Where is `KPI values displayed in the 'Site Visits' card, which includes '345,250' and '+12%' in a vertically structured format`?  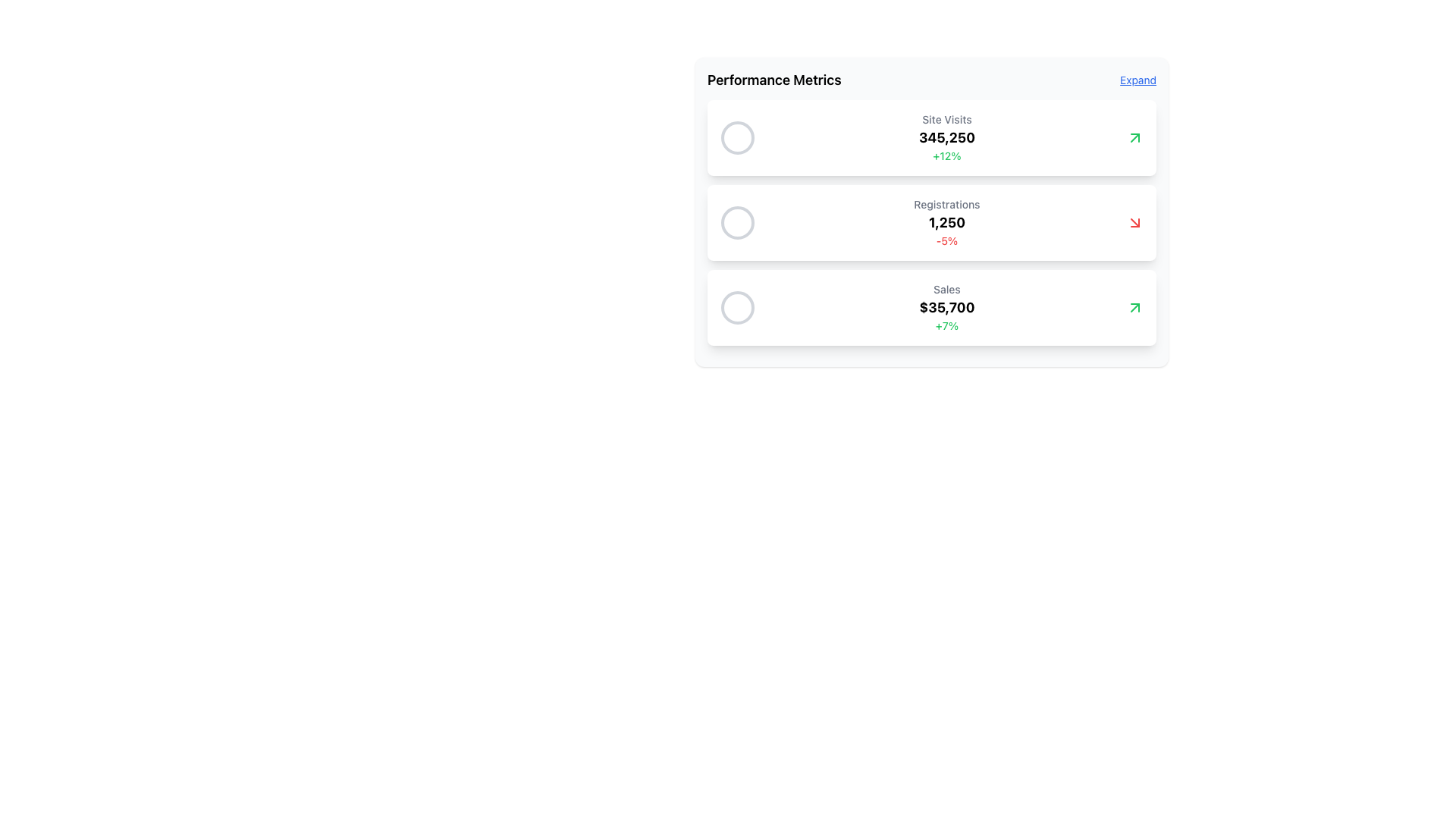 KPI values displayed in the 'Site Visits' card, which includes '345,250' and '+12%' in a vertically structured format is located at coordinates (946, 137).